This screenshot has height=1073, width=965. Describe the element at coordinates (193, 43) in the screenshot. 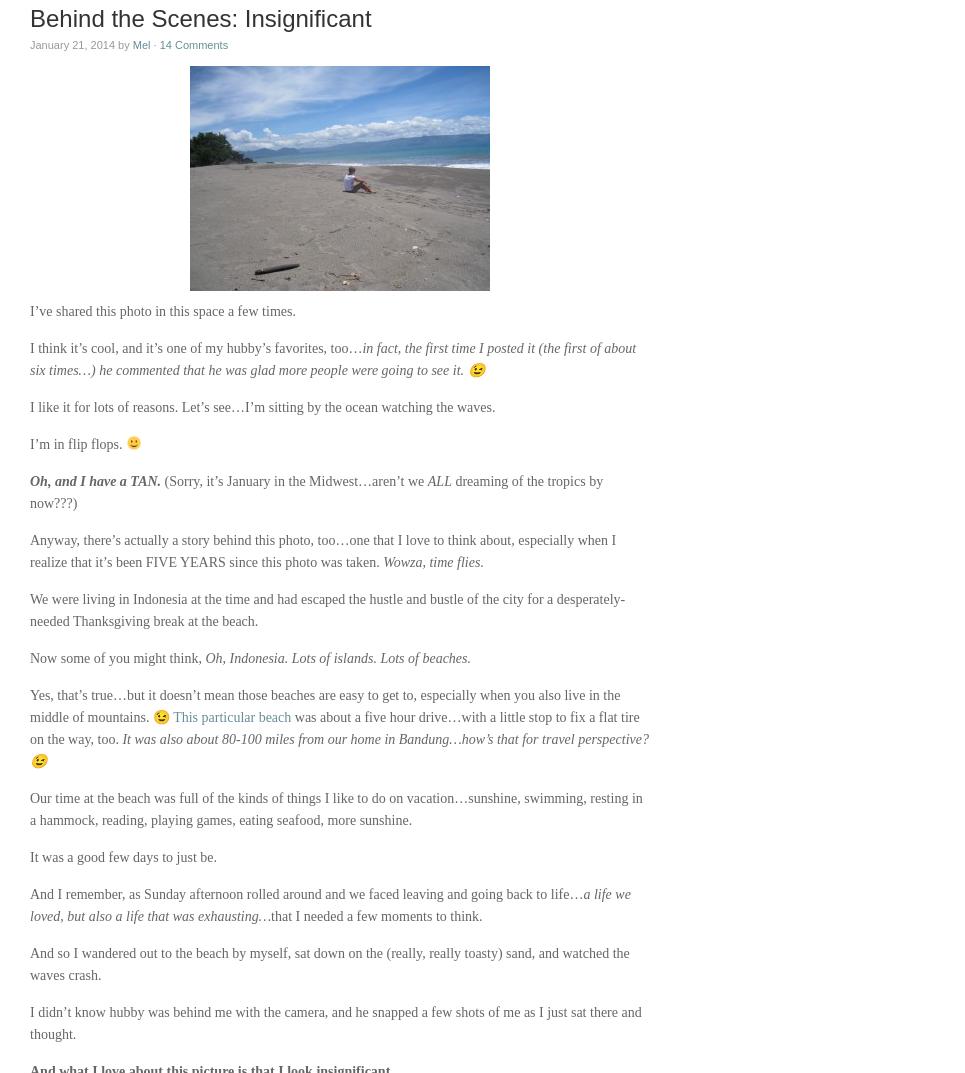

I see `'14 Comments'` at that location.